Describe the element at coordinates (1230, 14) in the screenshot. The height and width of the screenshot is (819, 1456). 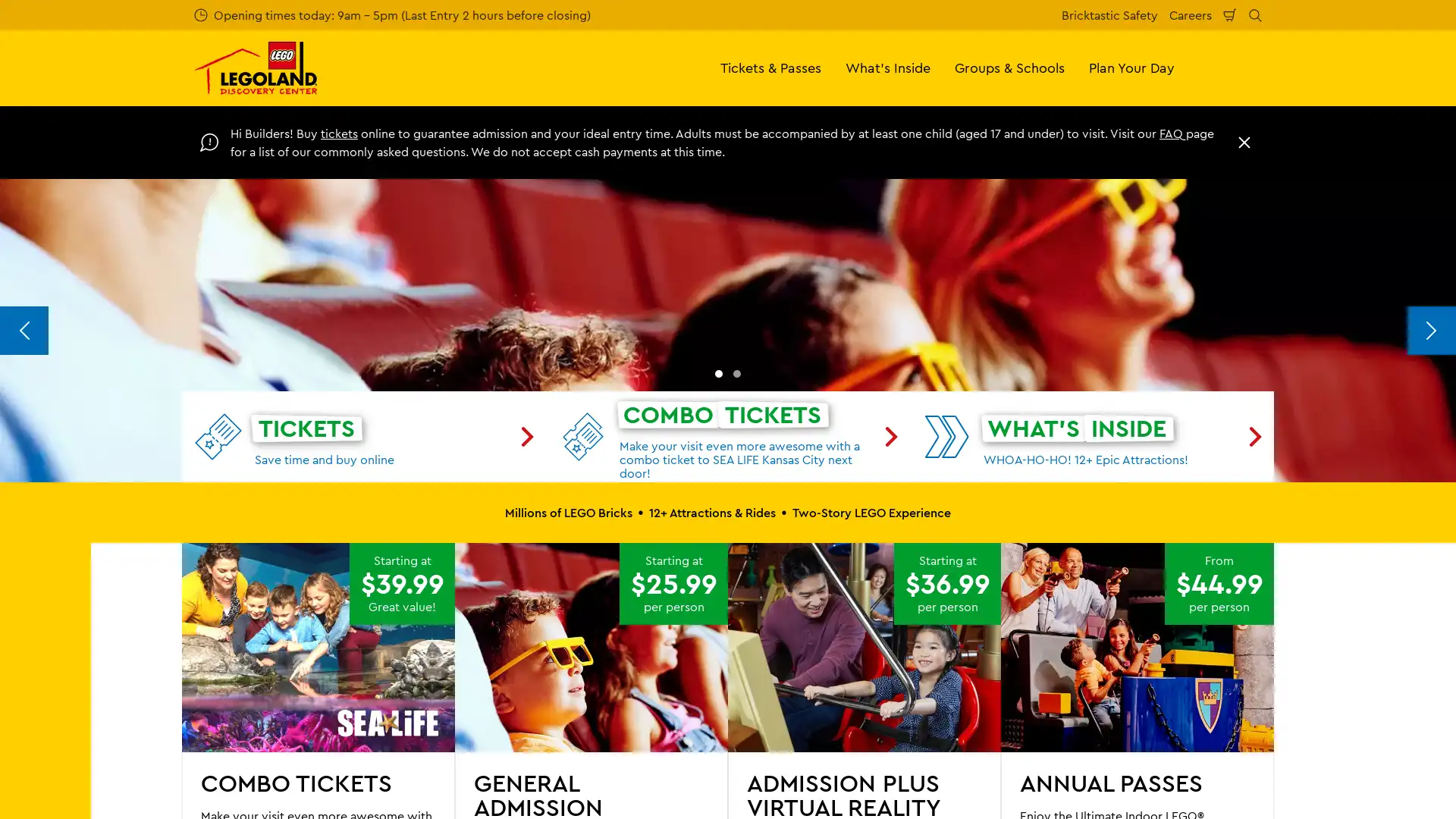
I see `Shopping Cart` at that location.